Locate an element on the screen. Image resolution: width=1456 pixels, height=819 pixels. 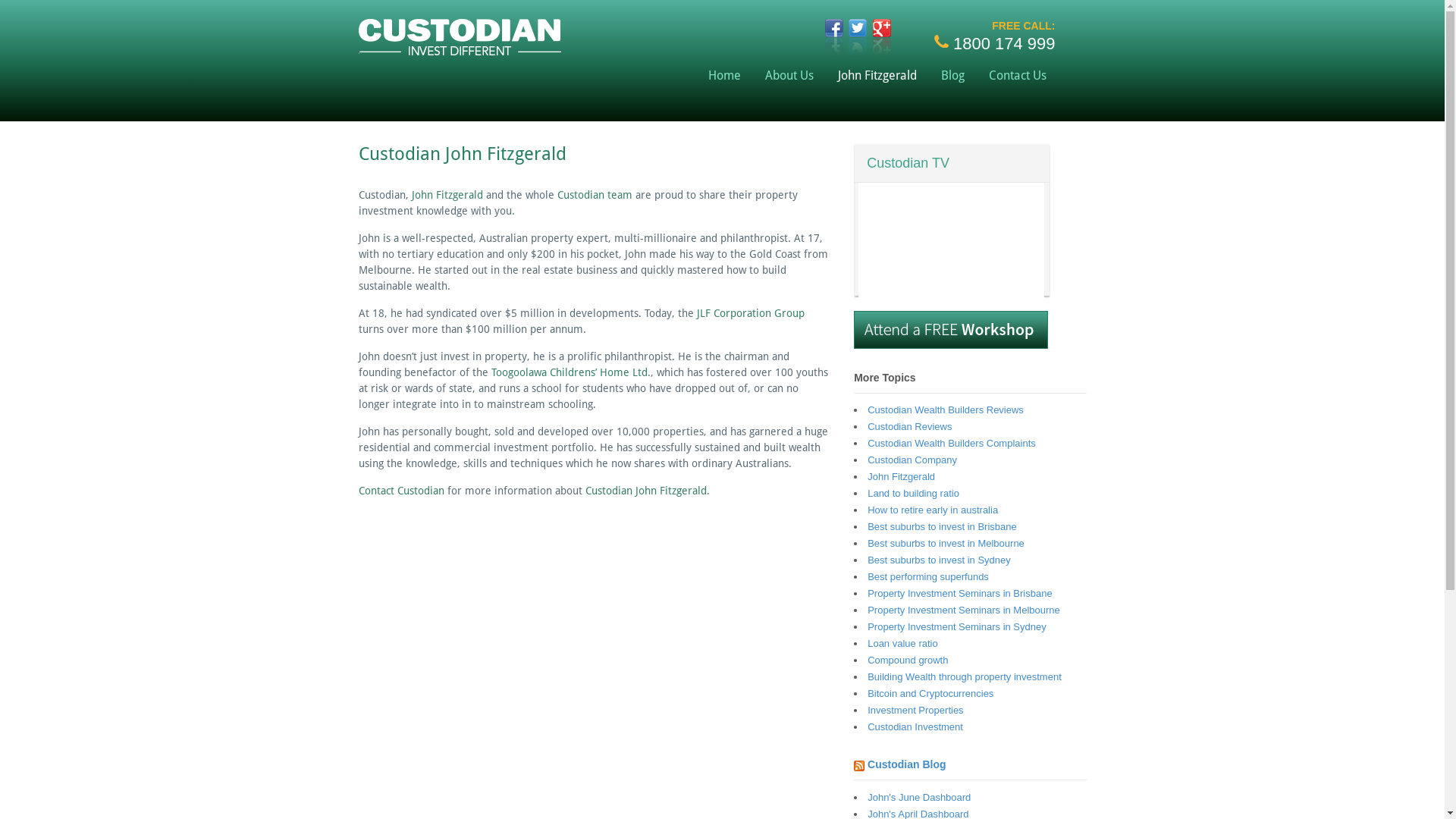
'How to retire early in australia' is located at coordinates (931, 510).